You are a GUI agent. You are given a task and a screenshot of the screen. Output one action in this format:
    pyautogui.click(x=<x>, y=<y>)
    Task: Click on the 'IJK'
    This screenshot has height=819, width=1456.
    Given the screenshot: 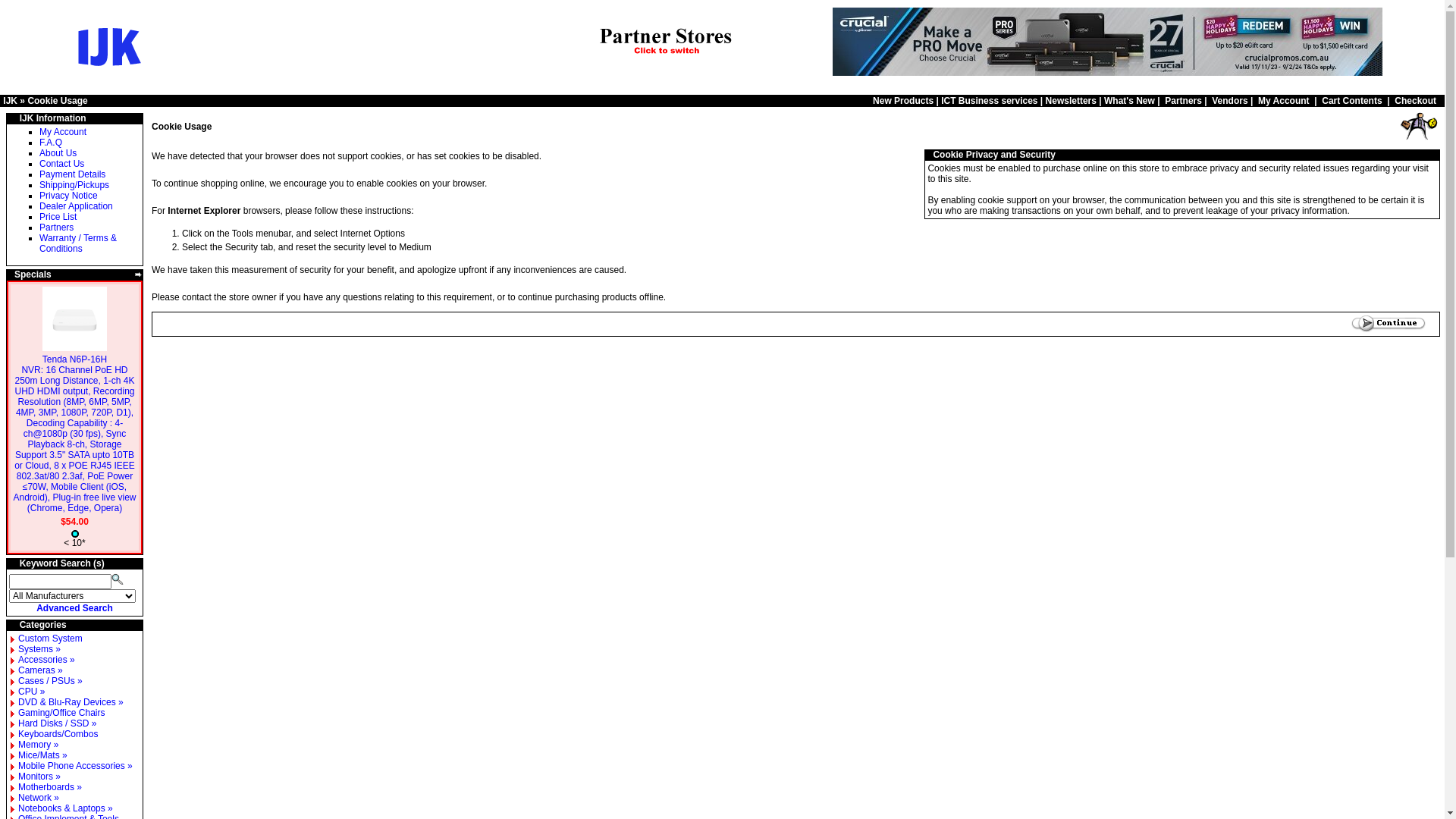 What is the action you would take?
    pyautogui.click(x=3, y=100)
    